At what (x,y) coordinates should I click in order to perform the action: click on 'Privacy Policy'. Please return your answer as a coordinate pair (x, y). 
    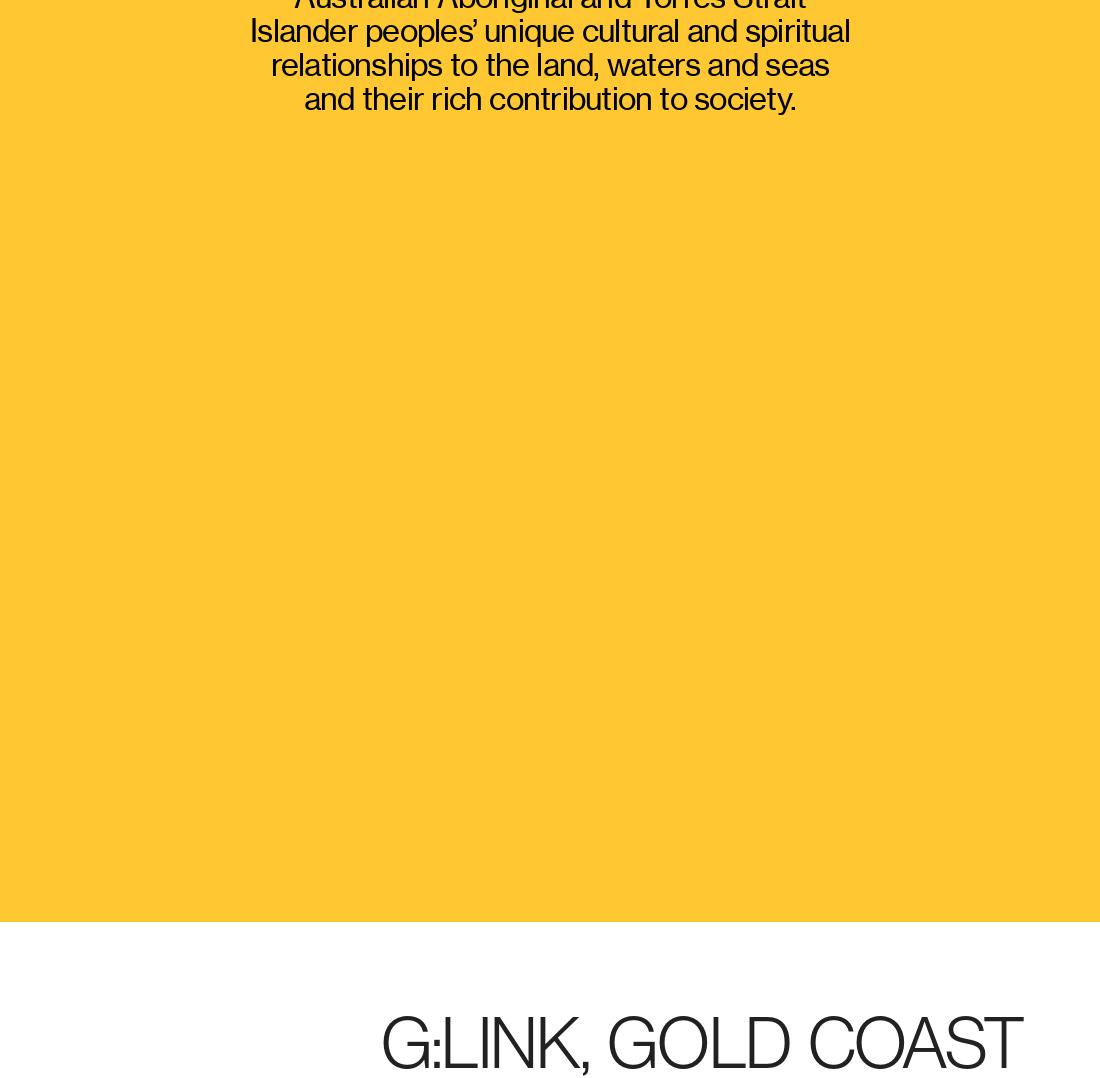
    Looking at the image, I should click on (570, 890).